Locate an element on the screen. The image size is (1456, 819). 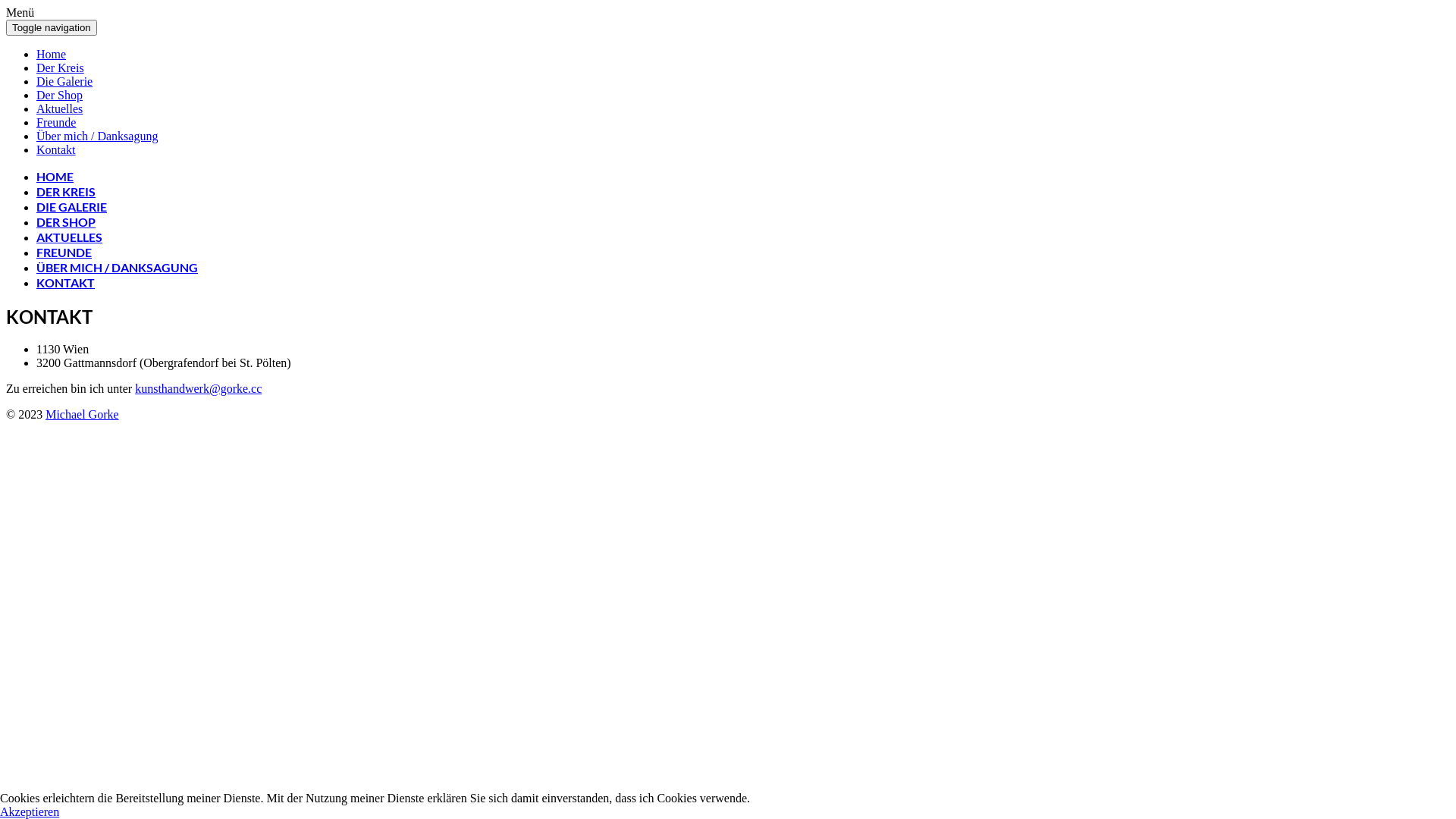
'HOME' is located at coordinates (55, 175).